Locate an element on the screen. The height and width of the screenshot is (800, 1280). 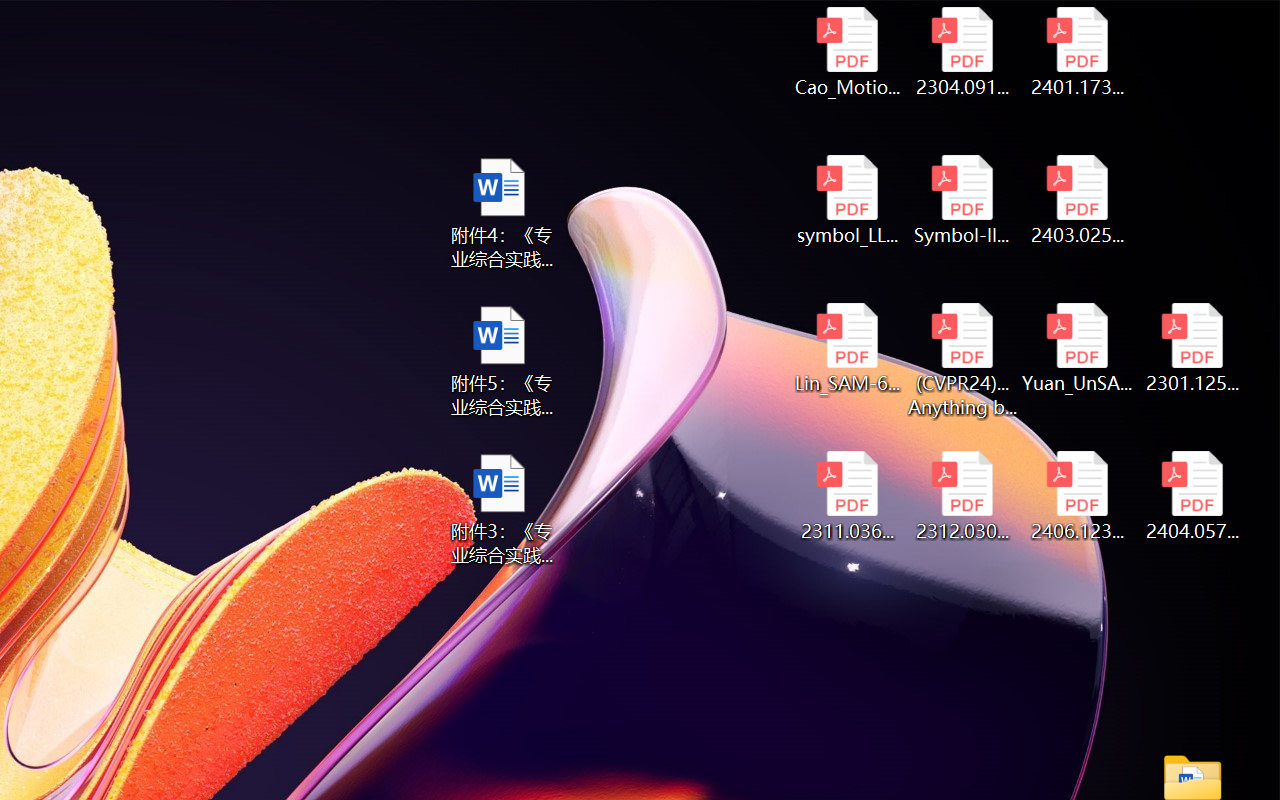
'2304.09121v3.pdf' is located at coordinates (962, 51).